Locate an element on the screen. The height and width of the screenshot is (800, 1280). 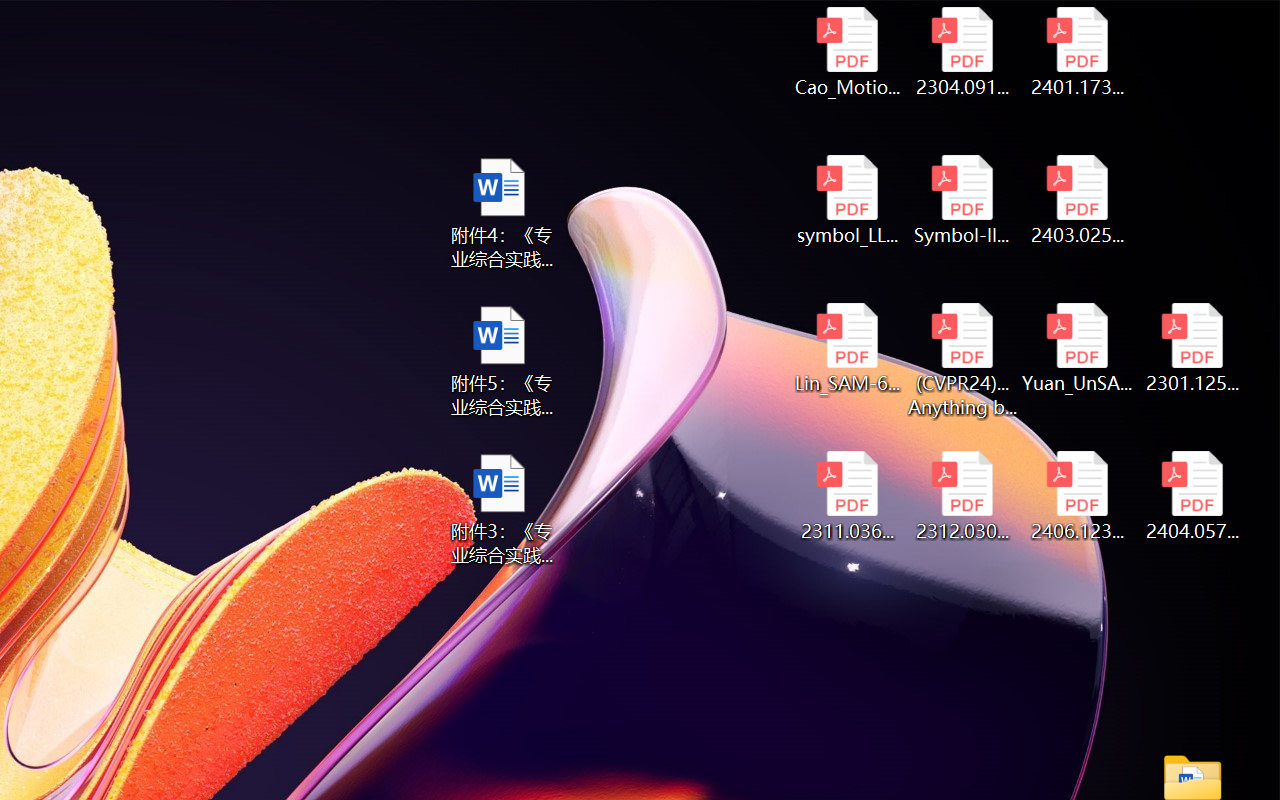
'2304.09121v3.pdf' is located at coordinates (962, 51).